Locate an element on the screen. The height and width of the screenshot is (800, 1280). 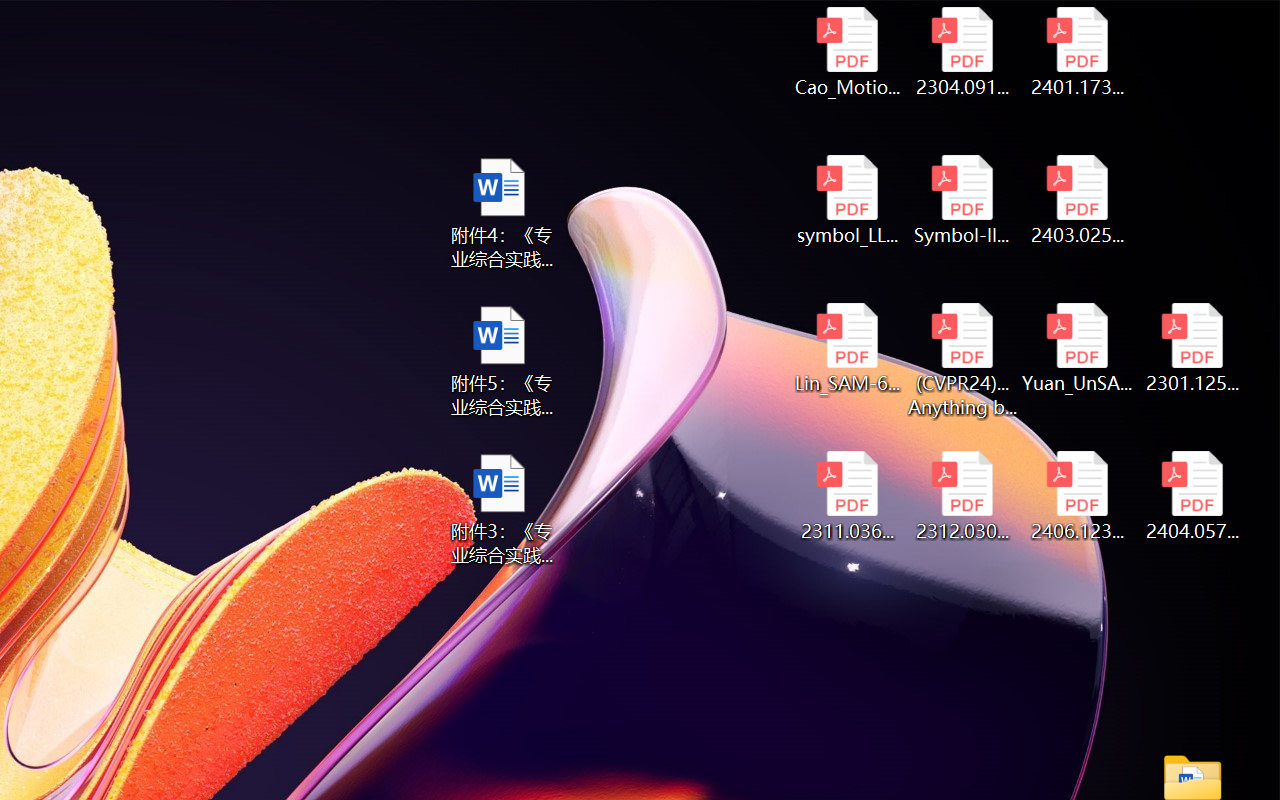
'2304.09121v3.pdf' is located at coordinates (962, 51).